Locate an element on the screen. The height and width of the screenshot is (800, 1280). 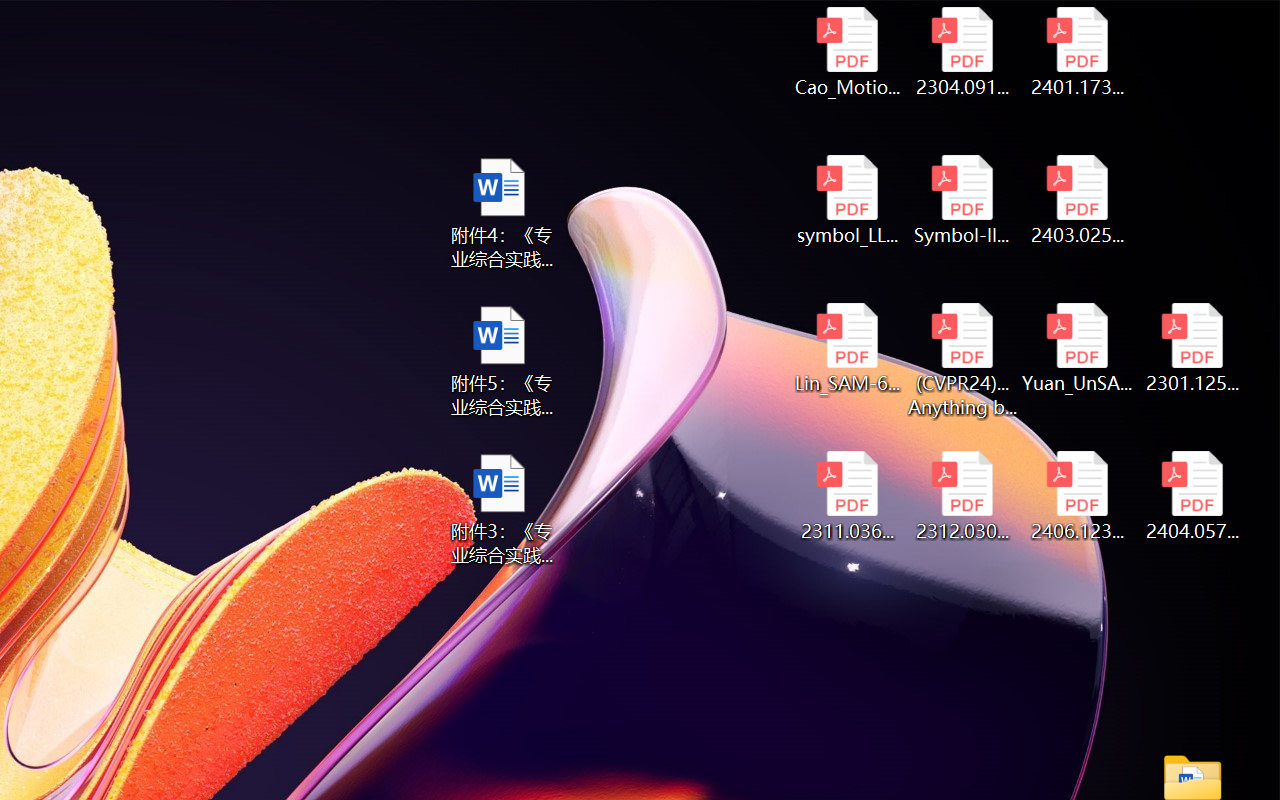
'2304.09121v3.pdf' is located at coordinates (962, 51).